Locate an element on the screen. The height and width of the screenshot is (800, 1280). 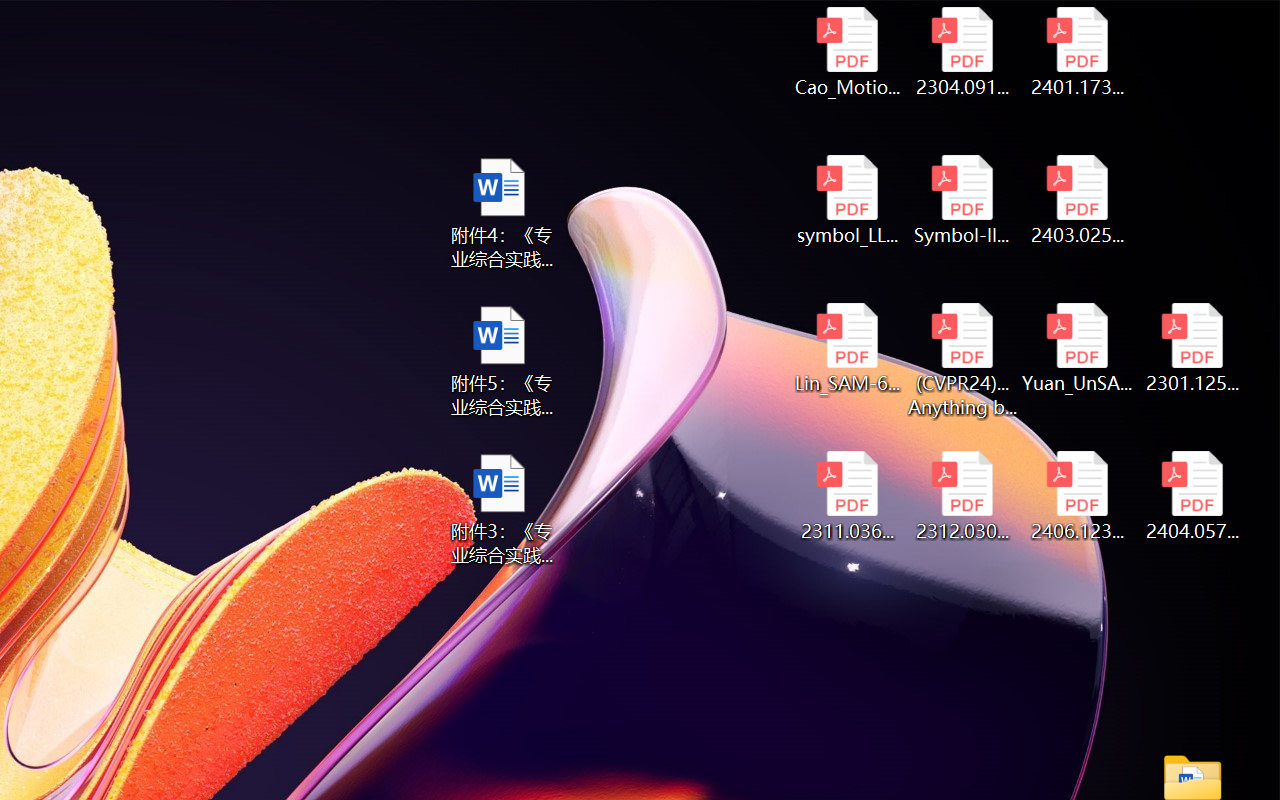
'2304.09121v3.pdf' is located at coordinates (962, 51).